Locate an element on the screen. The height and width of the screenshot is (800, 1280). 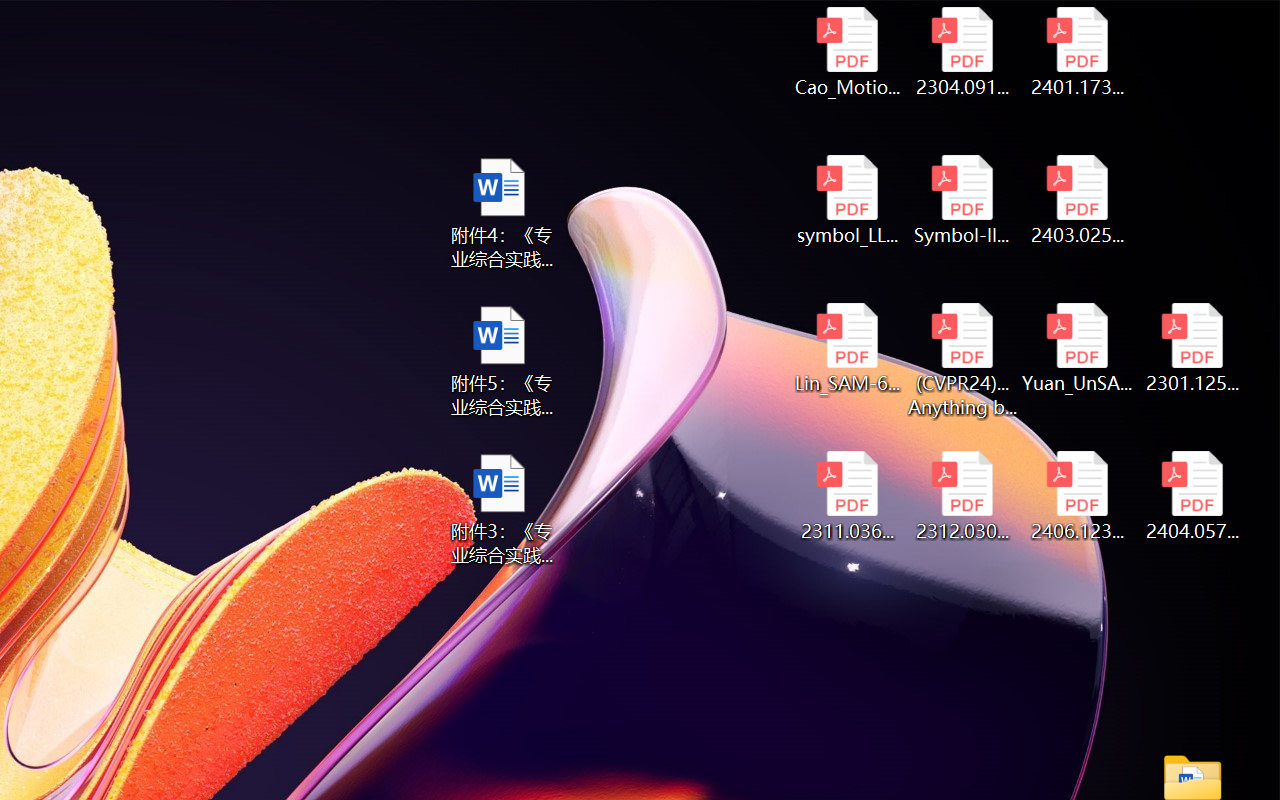
'2304.09121v3.pdf' is located at coordinates (962, 51).